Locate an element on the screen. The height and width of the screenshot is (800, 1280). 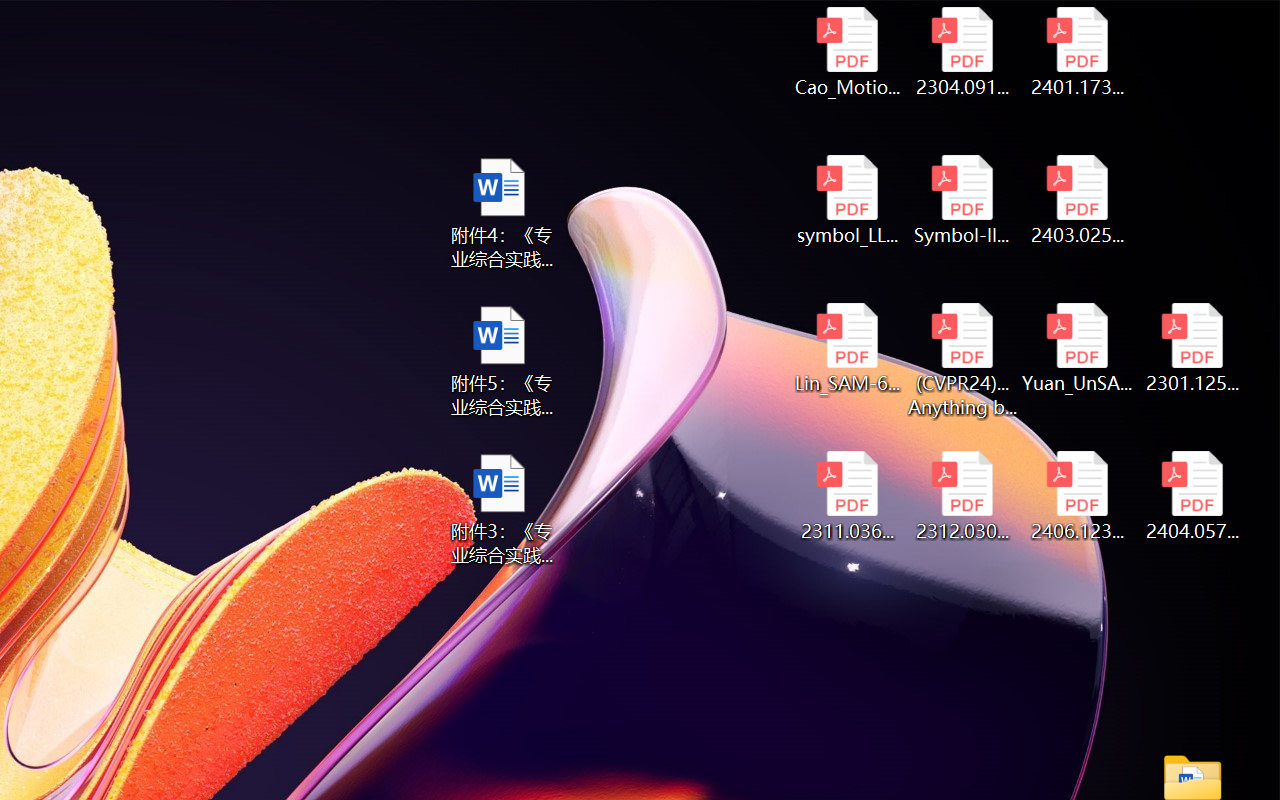
'2304.09121v3.pdf' is located at coordinates (962, 51).